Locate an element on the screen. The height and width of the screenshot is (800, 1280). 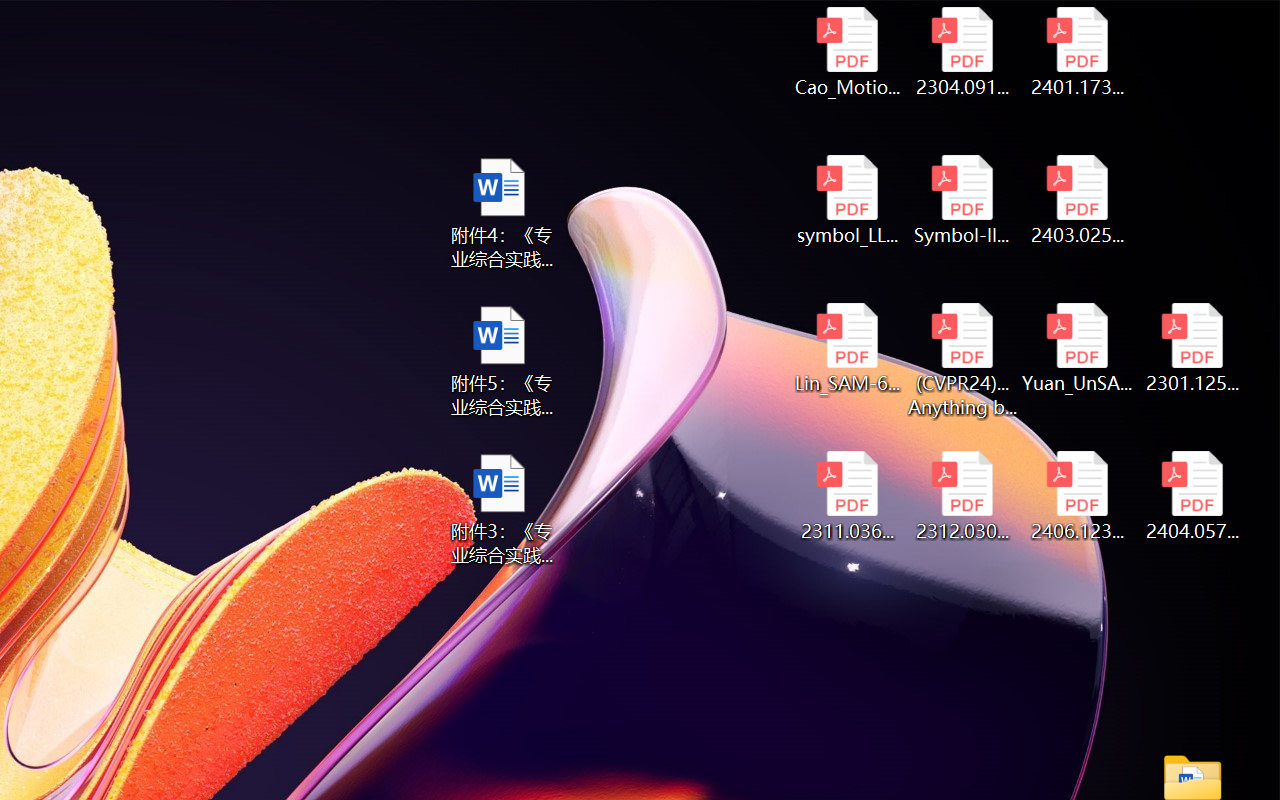
'2304.09121v3.pdf' is located at coordinates (962, 51).